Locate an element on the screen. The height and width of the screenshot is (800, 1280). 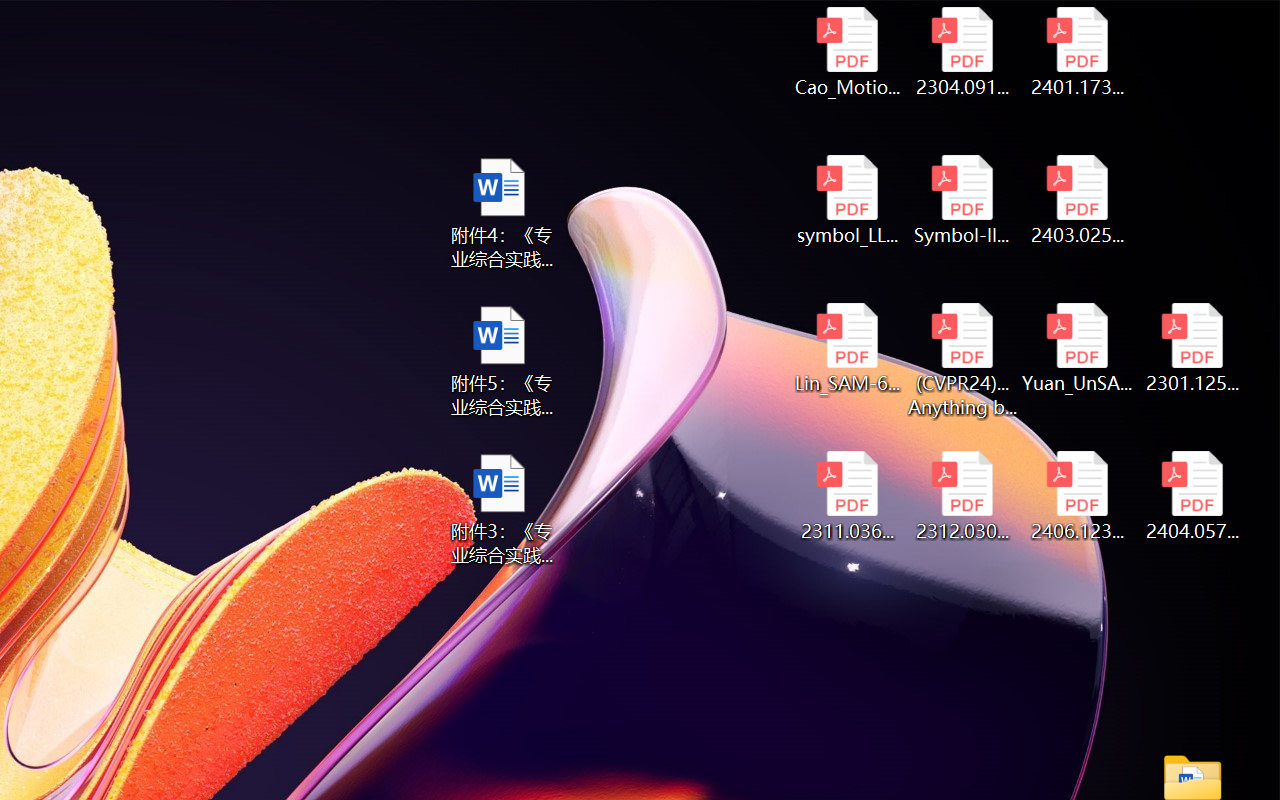
'2304.09121v3.pdf' is located at coordinates (962, 51).